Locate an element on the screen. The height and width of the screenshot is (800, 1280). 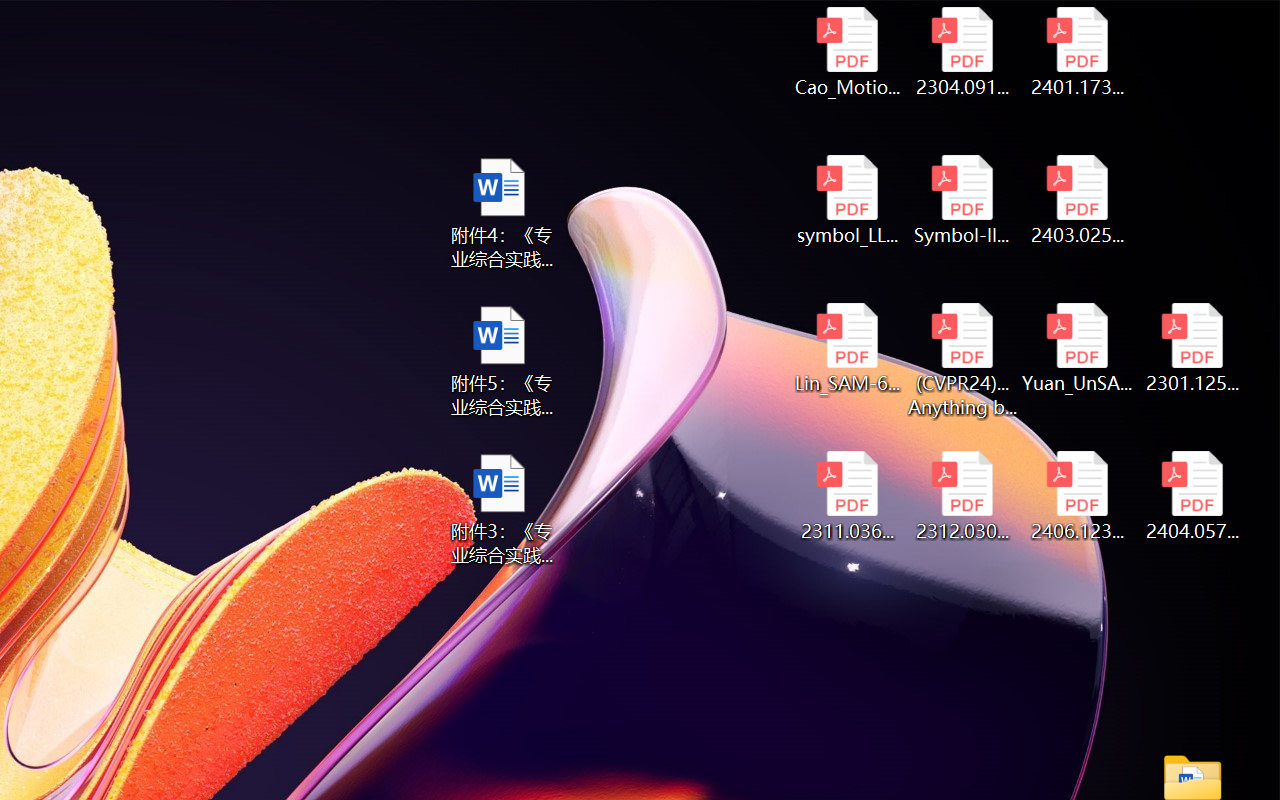
'2304.09121v3.pdf' is located at coordinates (962, 51).